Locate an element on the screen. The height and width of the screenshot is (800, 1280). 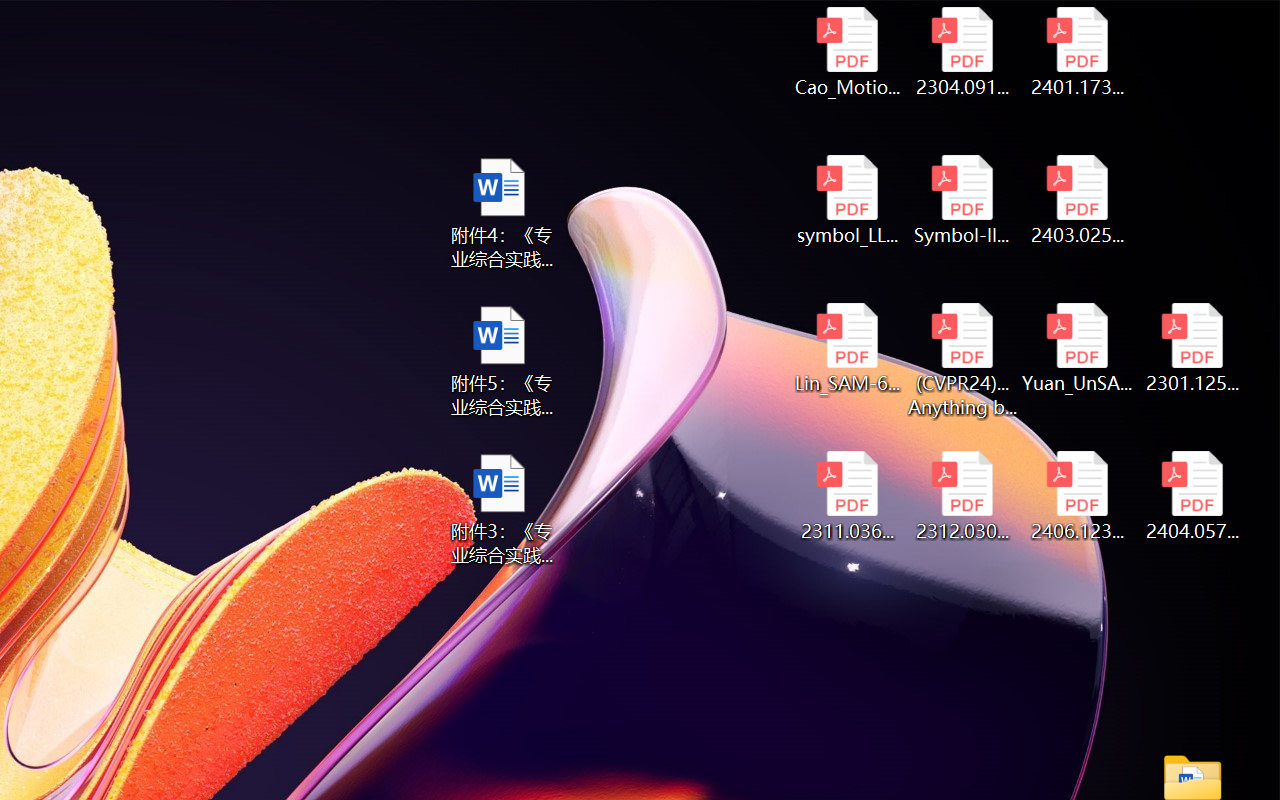
'2304.09121v3.pdf' is located at coordinates (962, 51).